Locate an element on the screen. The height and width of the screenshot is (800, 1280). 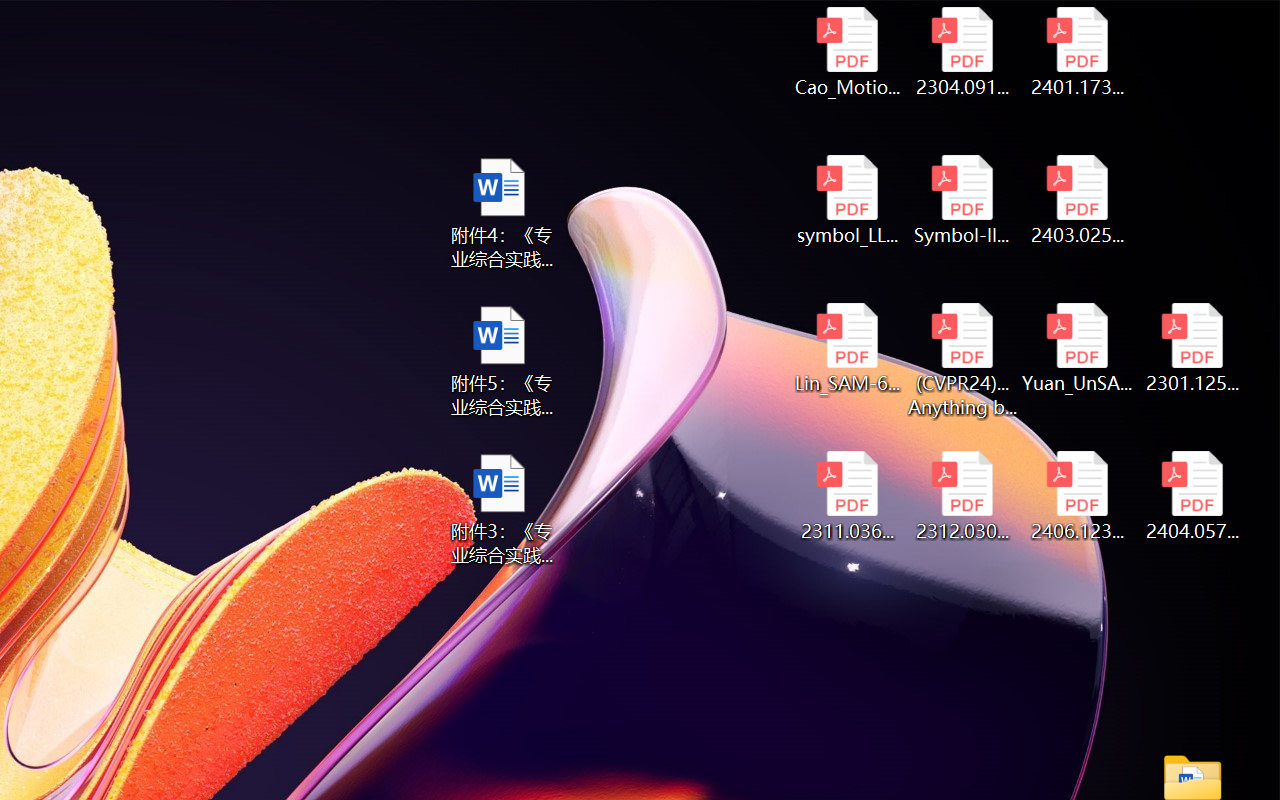
'2304.09121v3.pdf' is located at coordinates (962, 51).